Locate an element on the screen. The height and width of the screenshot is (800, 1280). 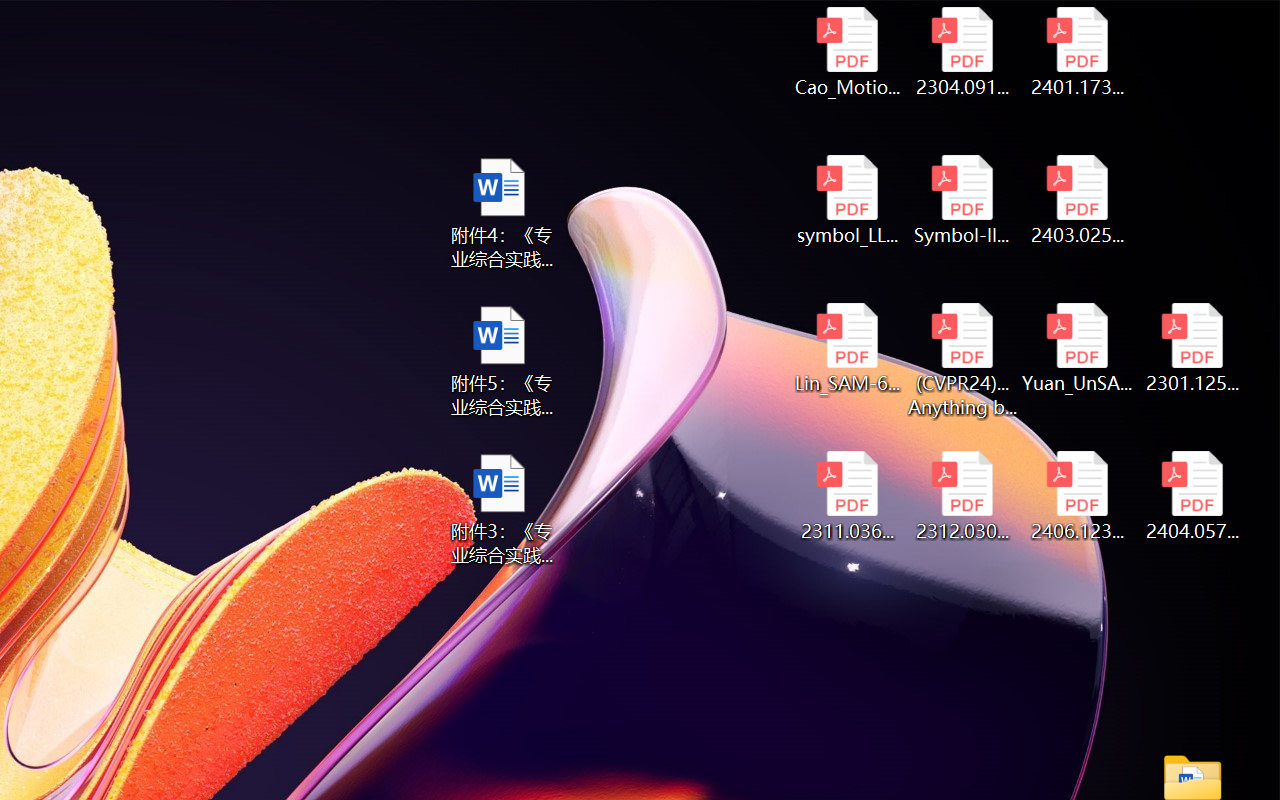
'2304.09121v3.pdf' is located at coordinates (962, 51).